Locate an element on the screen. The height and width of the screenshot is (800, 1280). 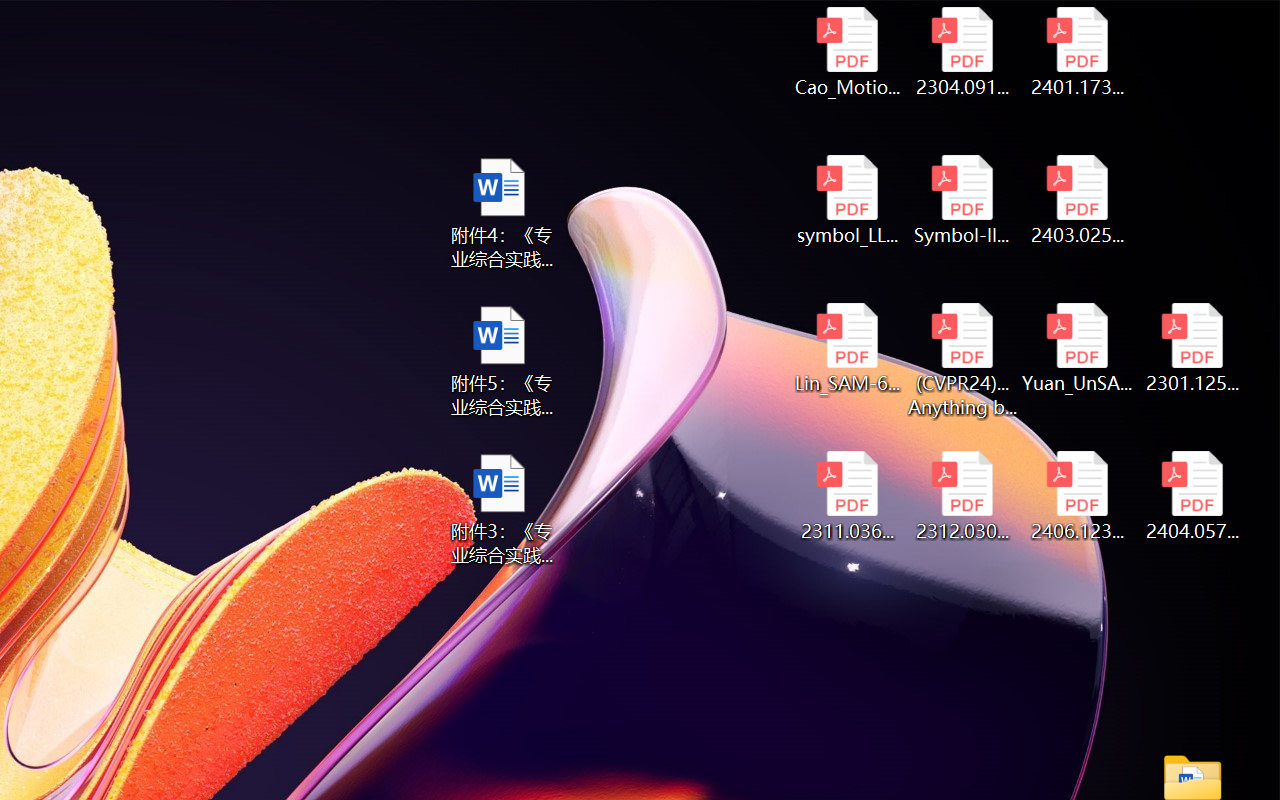
'2304.09121v3.pdf' is located at coordinates (962, 51).